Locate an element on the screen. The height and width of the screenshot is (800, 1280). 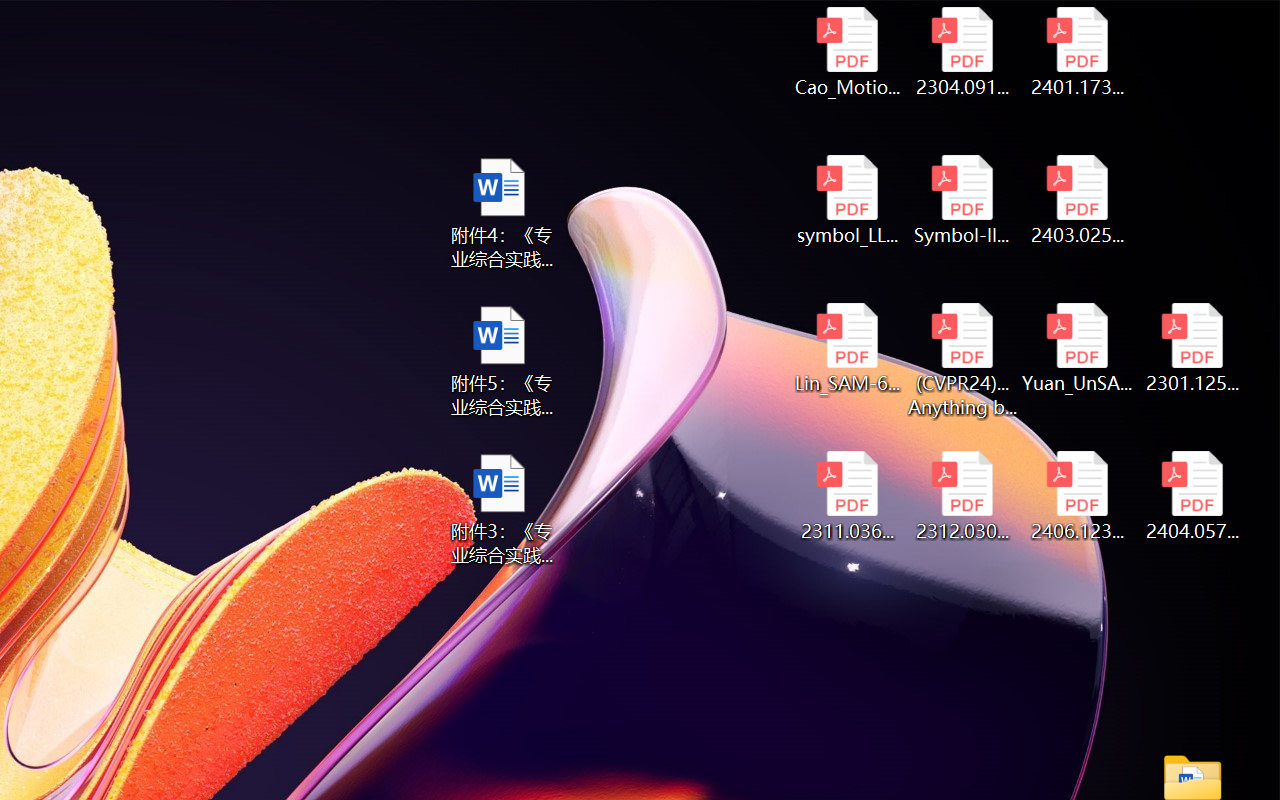
'2304.09121v3.pdf' is located at coordinates (962, 51).